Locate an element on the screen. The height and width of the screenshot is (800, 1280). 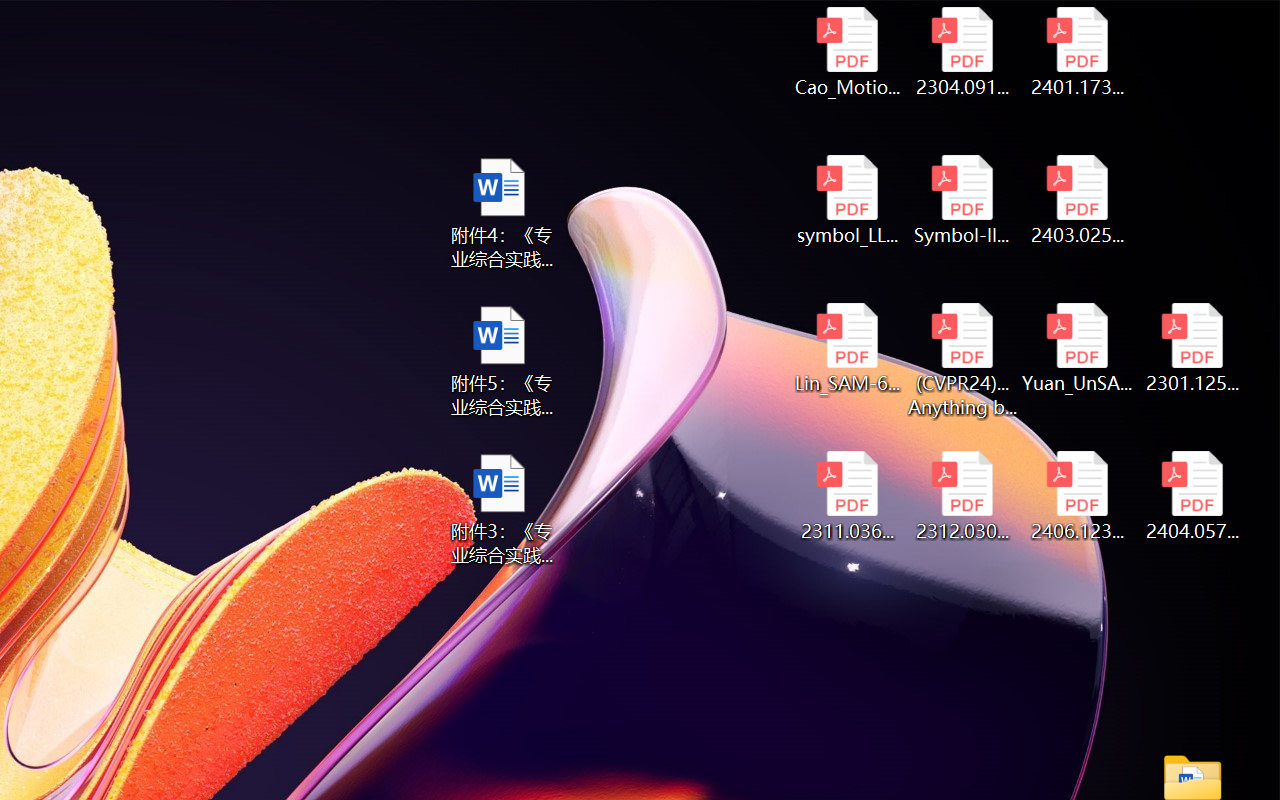
'2304.09121v3.pdf' is located at coordinates (962, 51).